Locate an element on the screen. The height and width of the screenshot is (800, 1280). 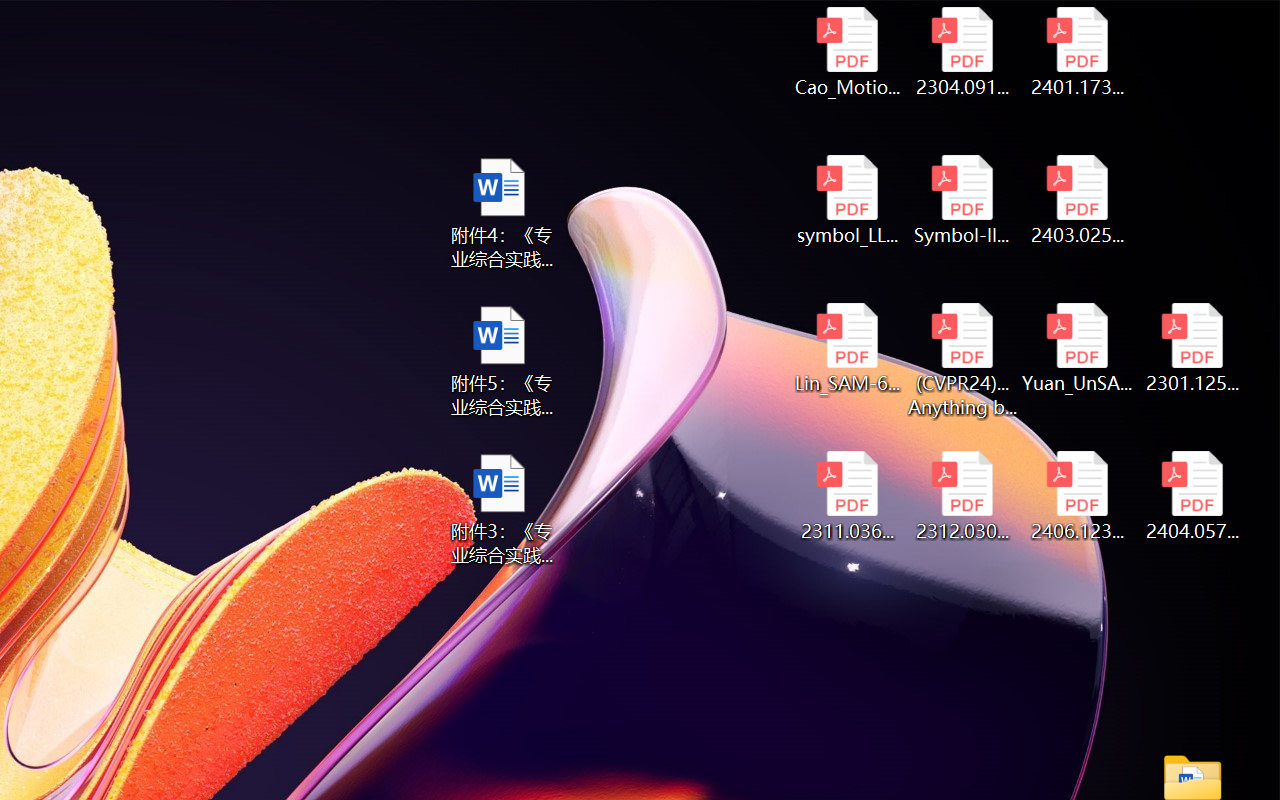
'2304.09121v3.pdf' is located at coordinates (962, 51).